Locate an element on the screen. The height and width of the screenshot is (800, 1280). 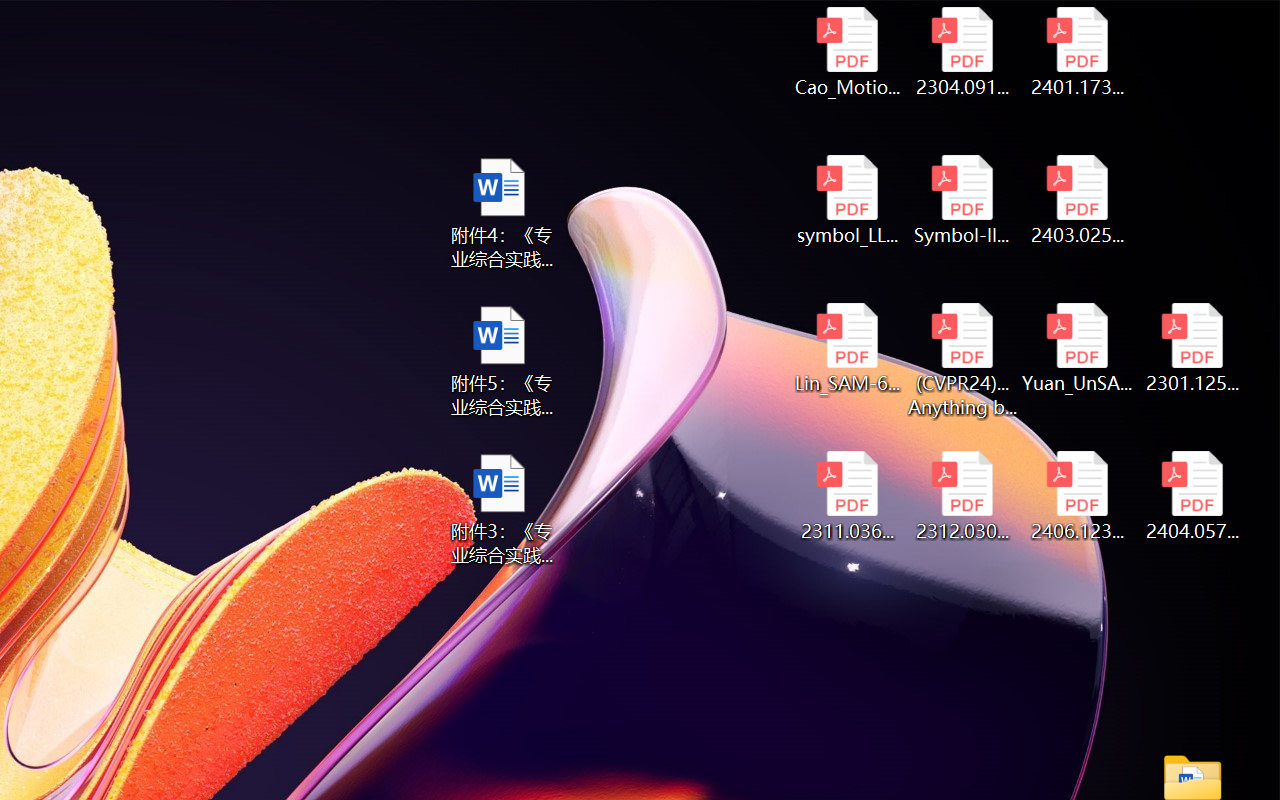
'2304.09121v3.pdf' is located at coordinates (962, 51).